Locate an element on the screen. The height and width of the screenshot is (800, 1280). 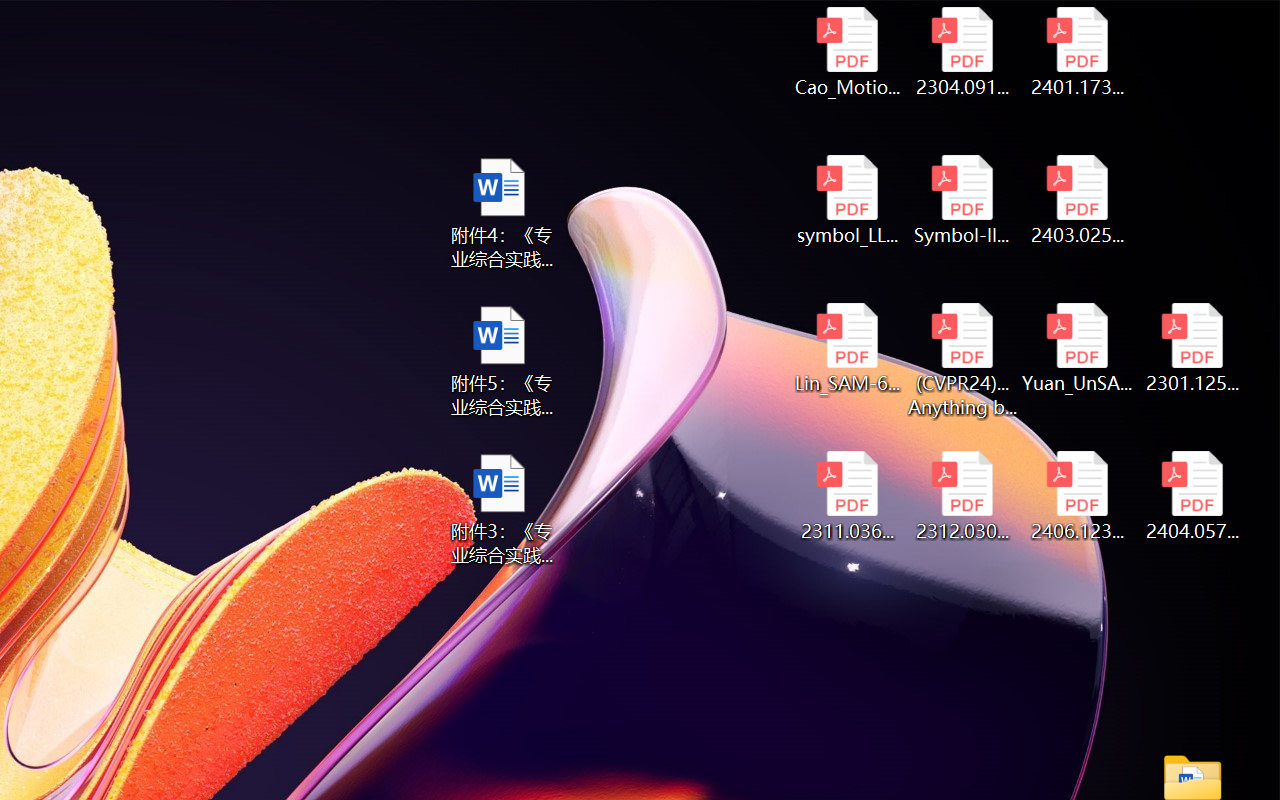
'2304.09121v3.pdf' is located at coordinates (962, 51).